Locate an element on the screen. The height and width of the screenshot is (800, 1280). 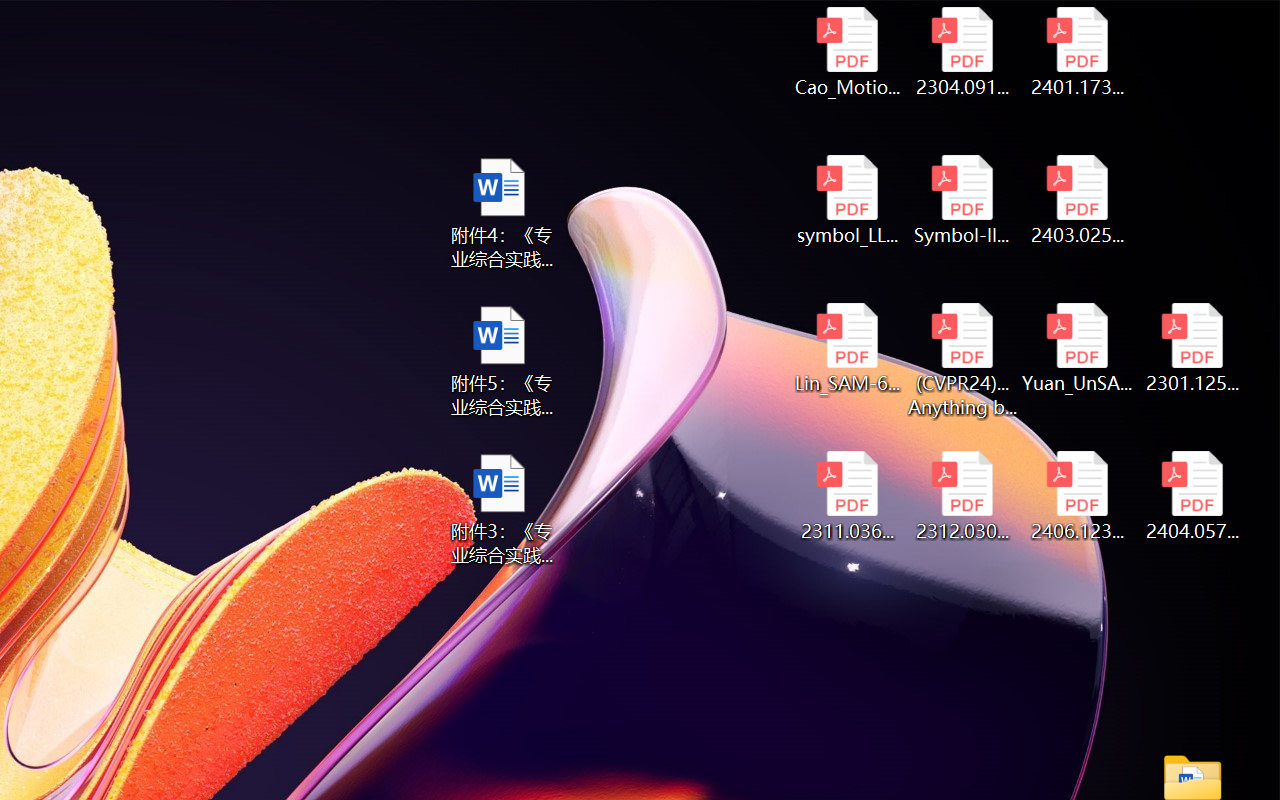
'2304.09121v3.pdf' is located at coordinates (962, 51).